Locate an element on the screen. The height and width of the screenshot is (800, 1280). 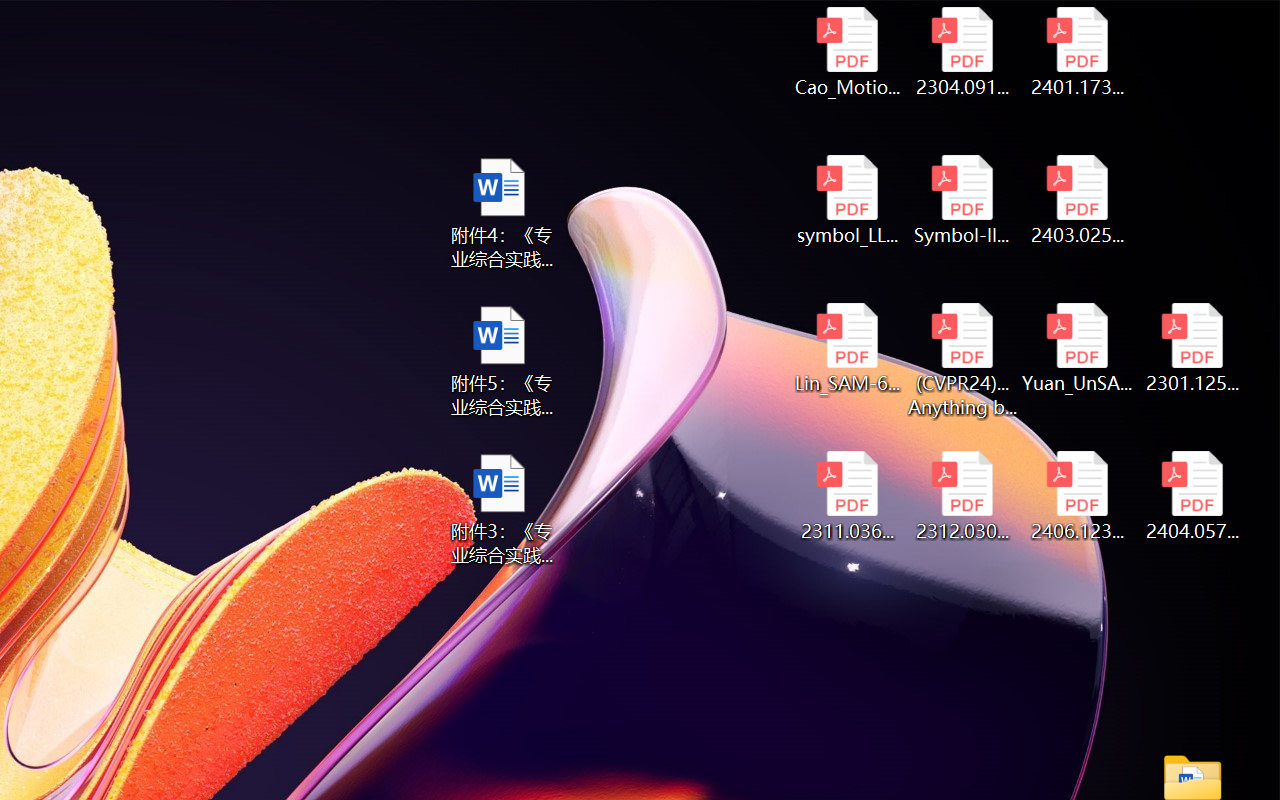
'2304.09121v3.pdf' is located at coordinates (962, 51).